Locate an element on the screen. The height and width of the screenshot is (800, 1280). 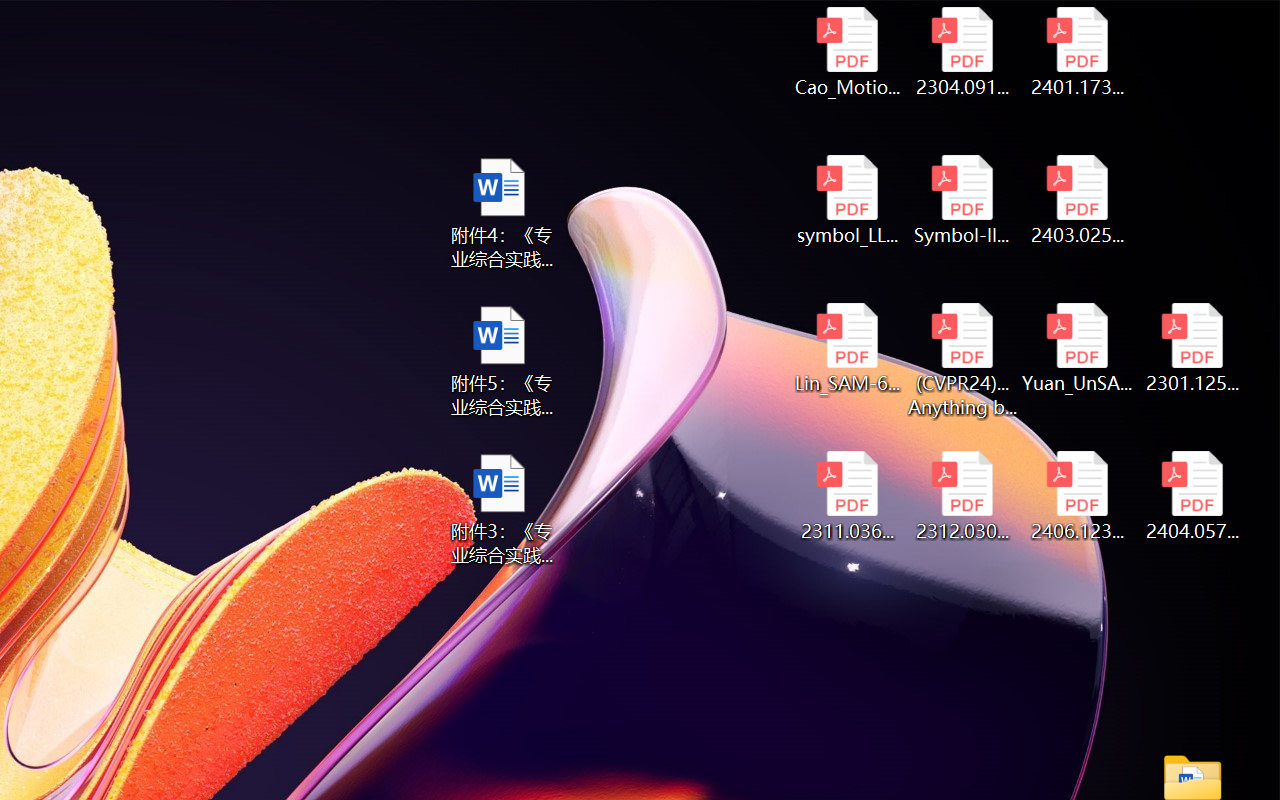
'2304.09121v3.pdf' is located at coordinates (962, 51).